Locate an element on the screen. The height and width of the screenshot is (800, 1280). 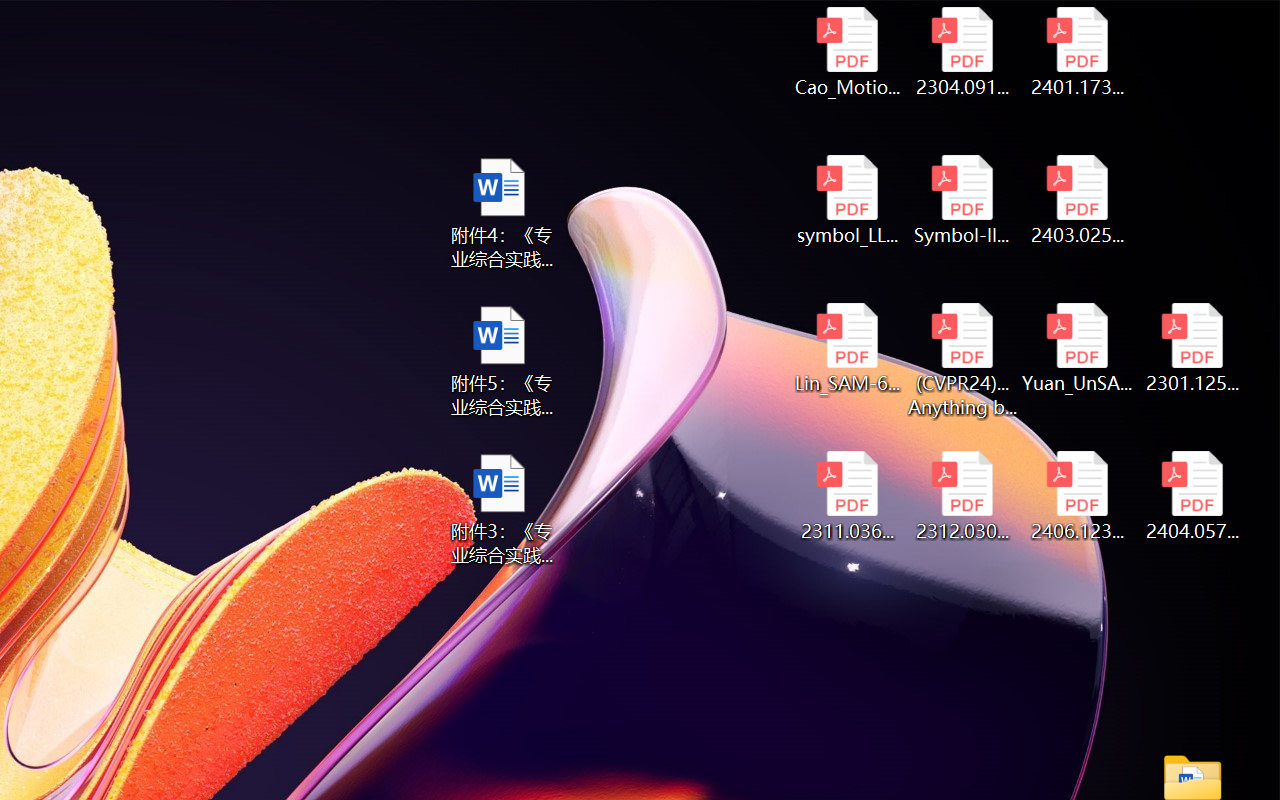
'2304.09121v3.pdf' is located at coordinates (962, 51).